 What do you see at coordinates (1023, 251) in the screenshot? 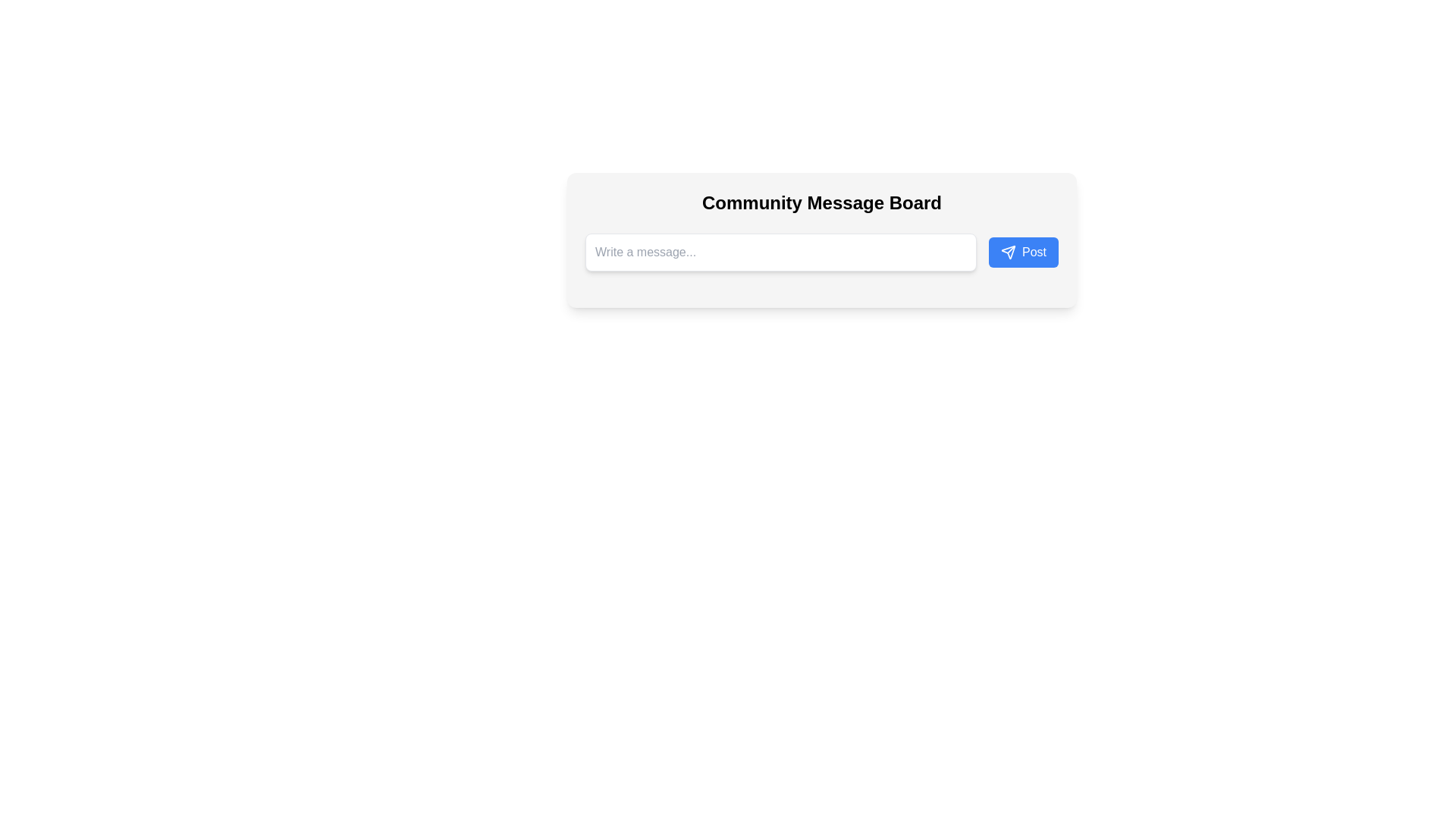
I see `the rectangular blue button labeled 'Post' with a paper plane icon` at bounding box center [1023, 251].